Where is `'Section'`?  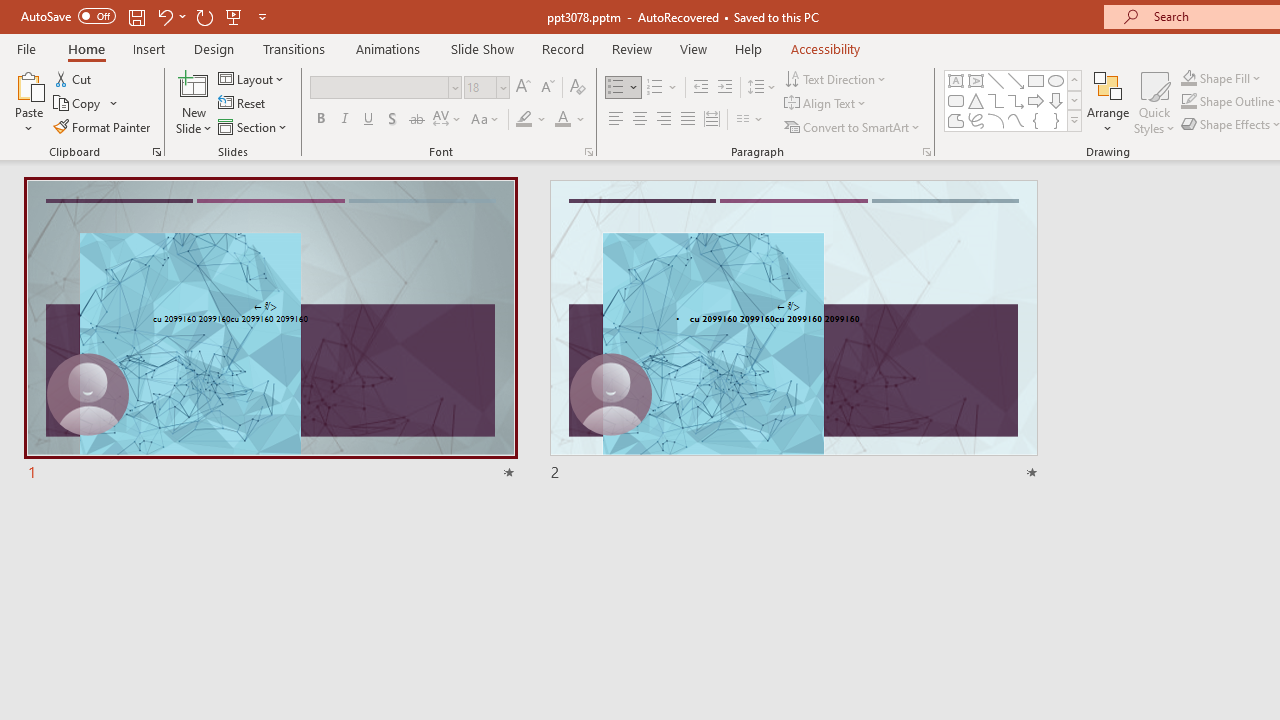 'Section' is located at coordinates (253, 127).